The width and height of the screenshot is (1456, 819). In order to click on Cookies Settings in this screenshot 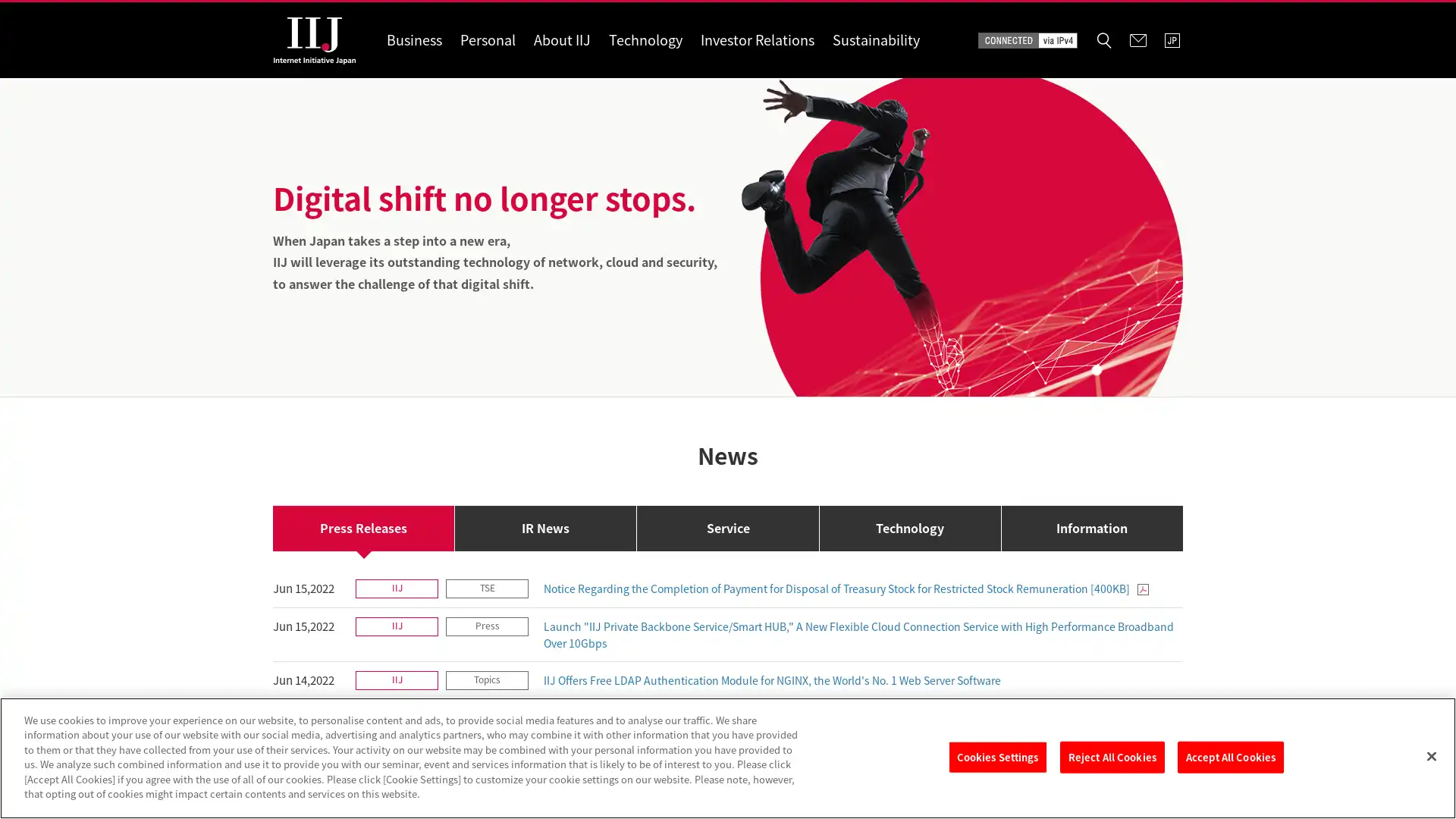, I will do `click(997, 757)`.